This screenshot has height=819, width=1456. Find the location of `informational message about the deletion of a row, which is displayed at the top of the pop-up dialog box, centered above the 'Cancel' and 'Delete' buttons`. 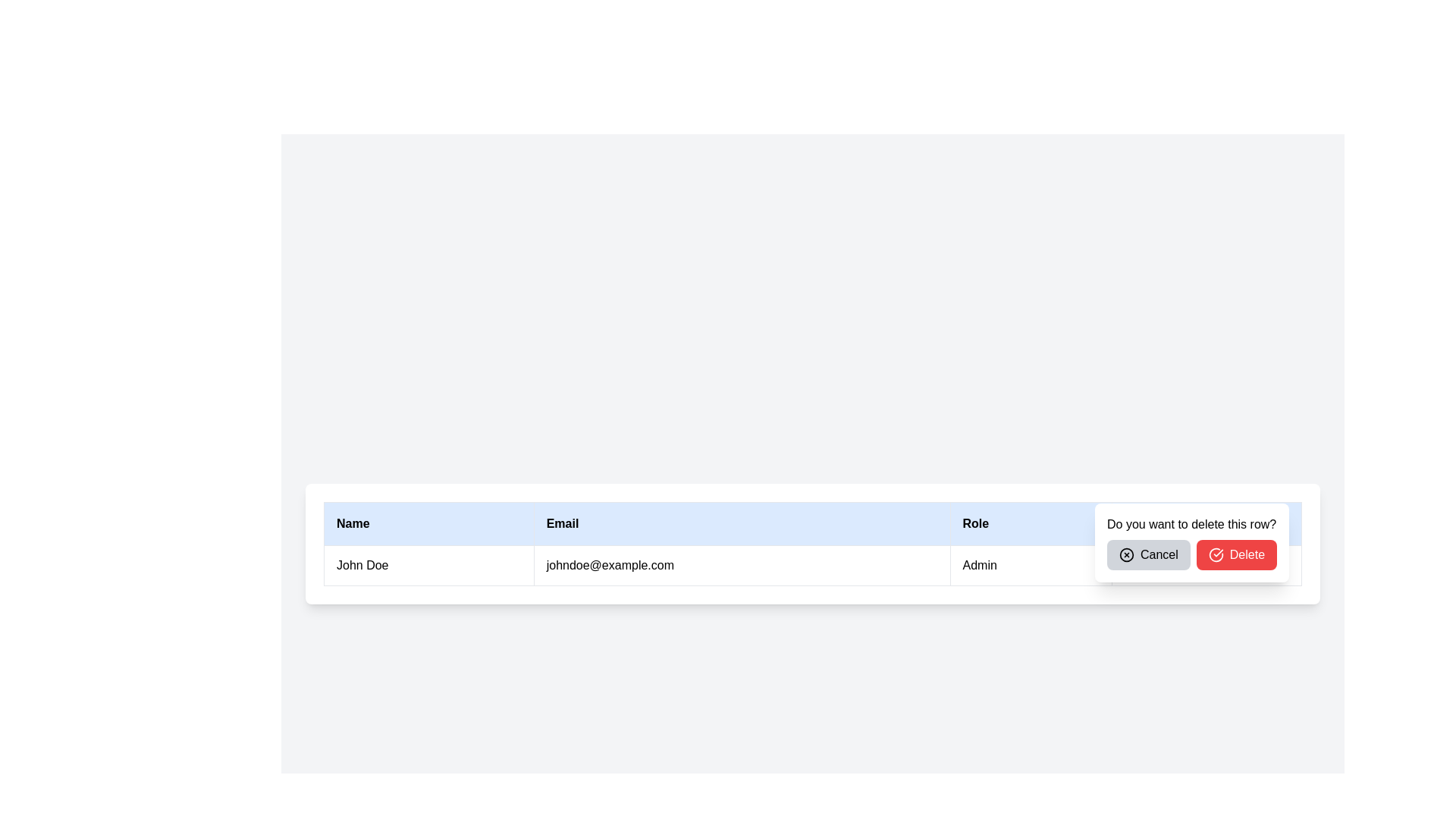

informational message about the deletion of a row, which is displayed at the top of the pop-up dialog box, centered above the 'Cancel' and 'Delete' buttons is located at coordinates (1191, 523).